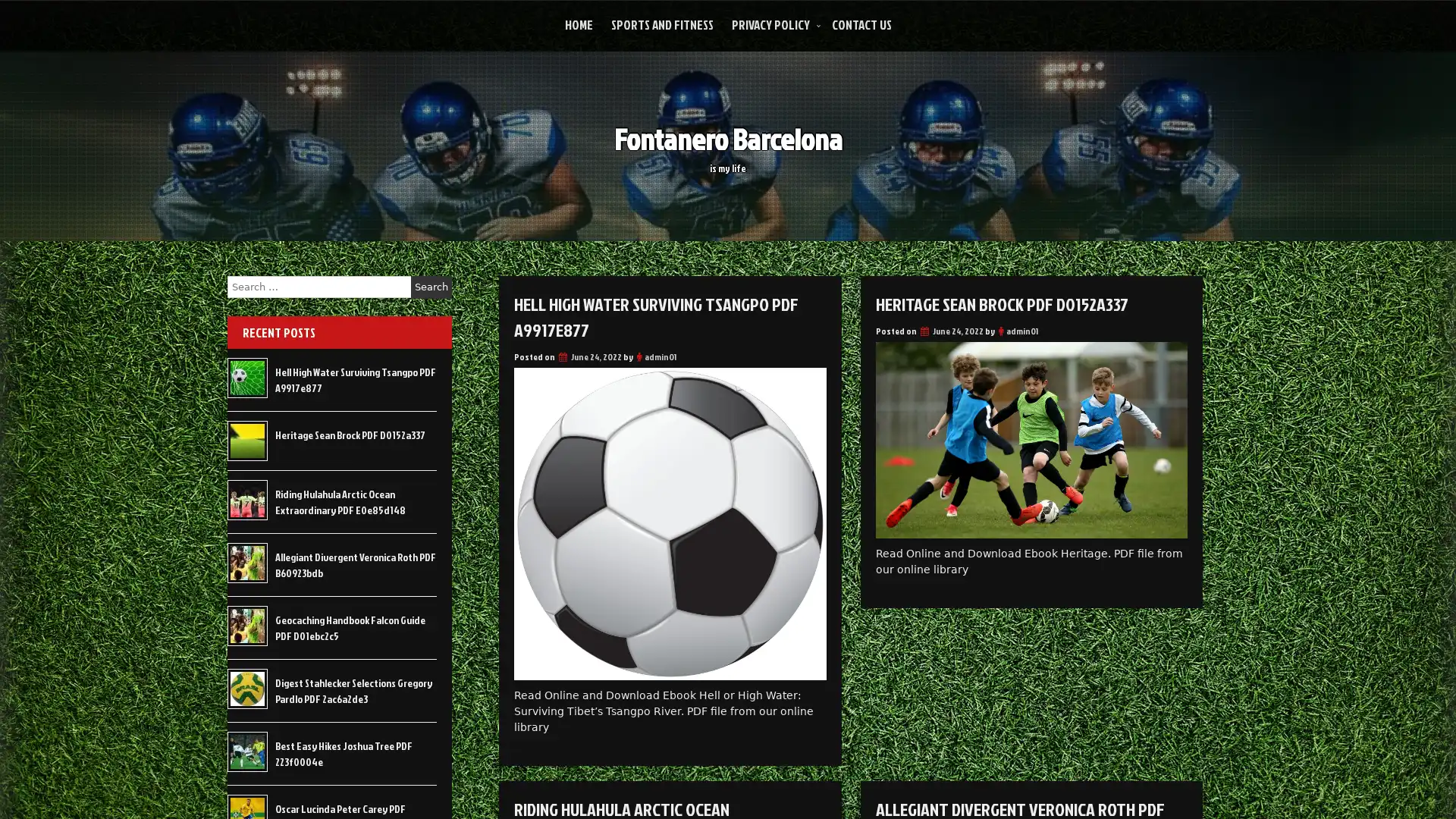 The width and height of the screenshot is (1456, 819). What do you see at coordinates (431, 287) in the screenshot?
I see `Search` at bounding box center [431, 287].